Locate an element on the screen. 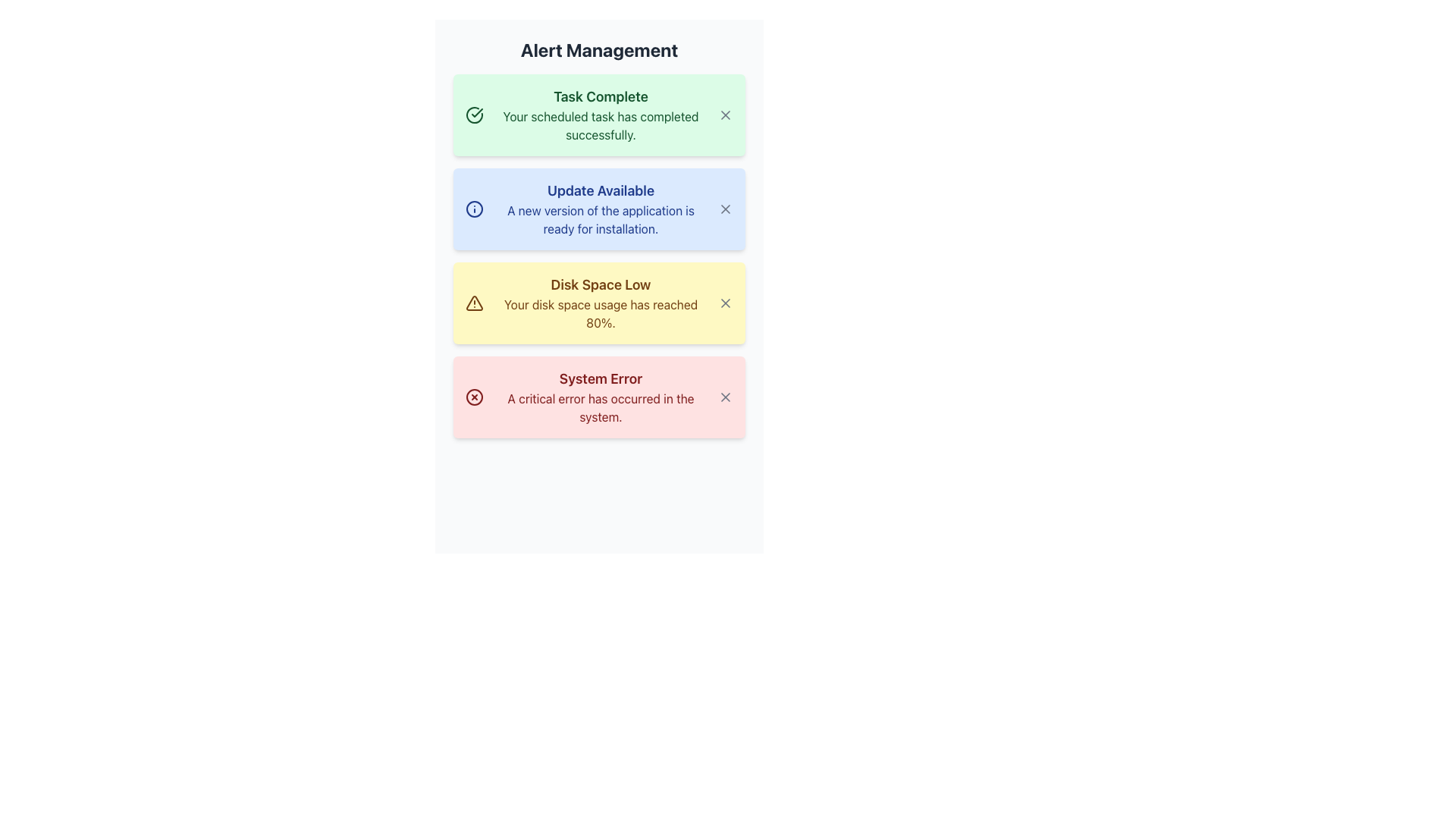 The width and height of the screenshot is (1456, 819). detailed description of the critical system error located within the 'System Error' box, specifically the static text content positioned just below the headline is located at coordinates (600, 406).